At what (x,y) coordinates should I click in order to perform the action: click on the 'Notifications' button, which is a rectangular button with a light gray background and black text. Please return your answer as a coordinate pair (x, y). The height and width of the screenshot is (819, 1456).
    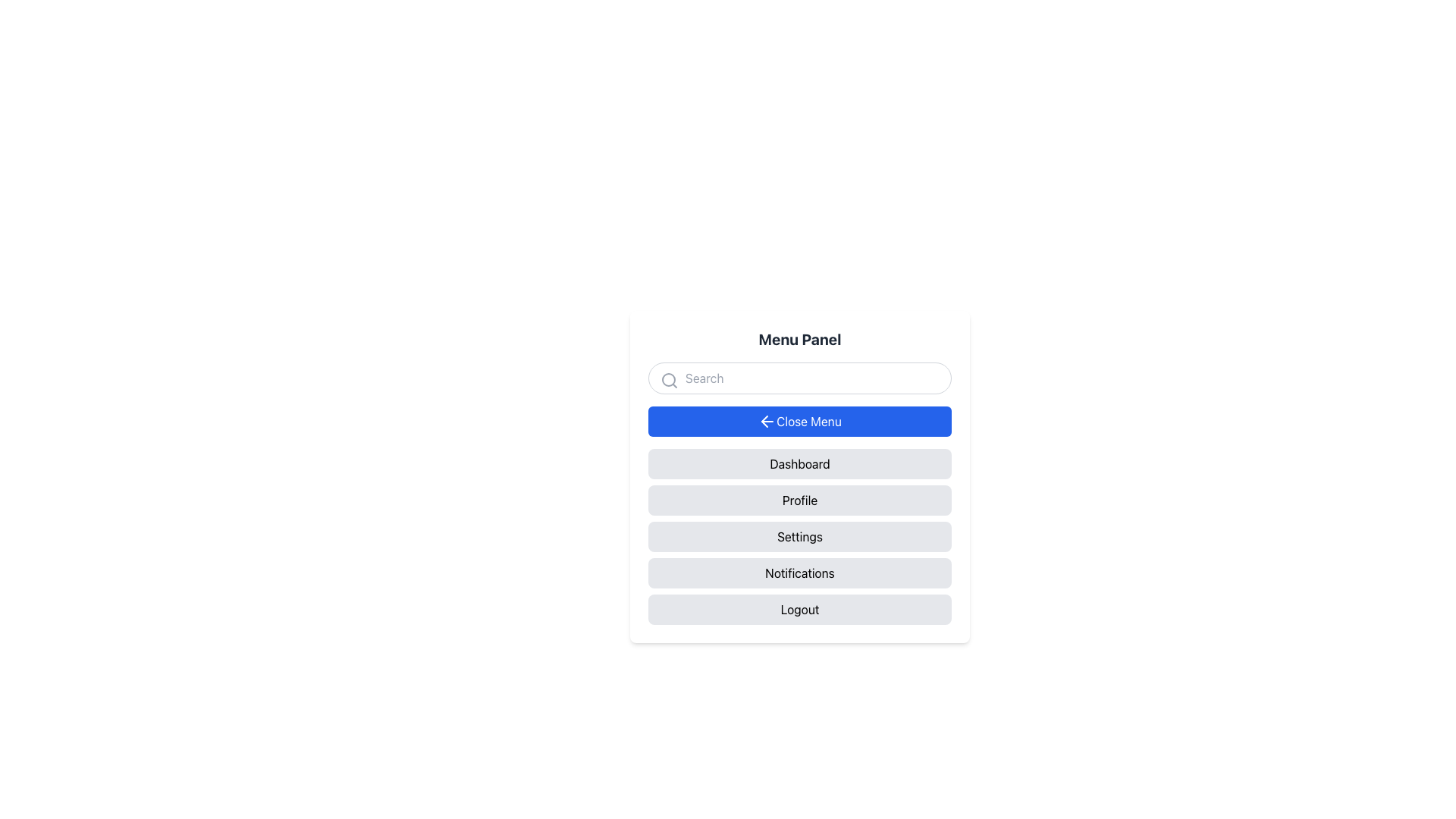
    Looking at the image, I should click on (799, 573).